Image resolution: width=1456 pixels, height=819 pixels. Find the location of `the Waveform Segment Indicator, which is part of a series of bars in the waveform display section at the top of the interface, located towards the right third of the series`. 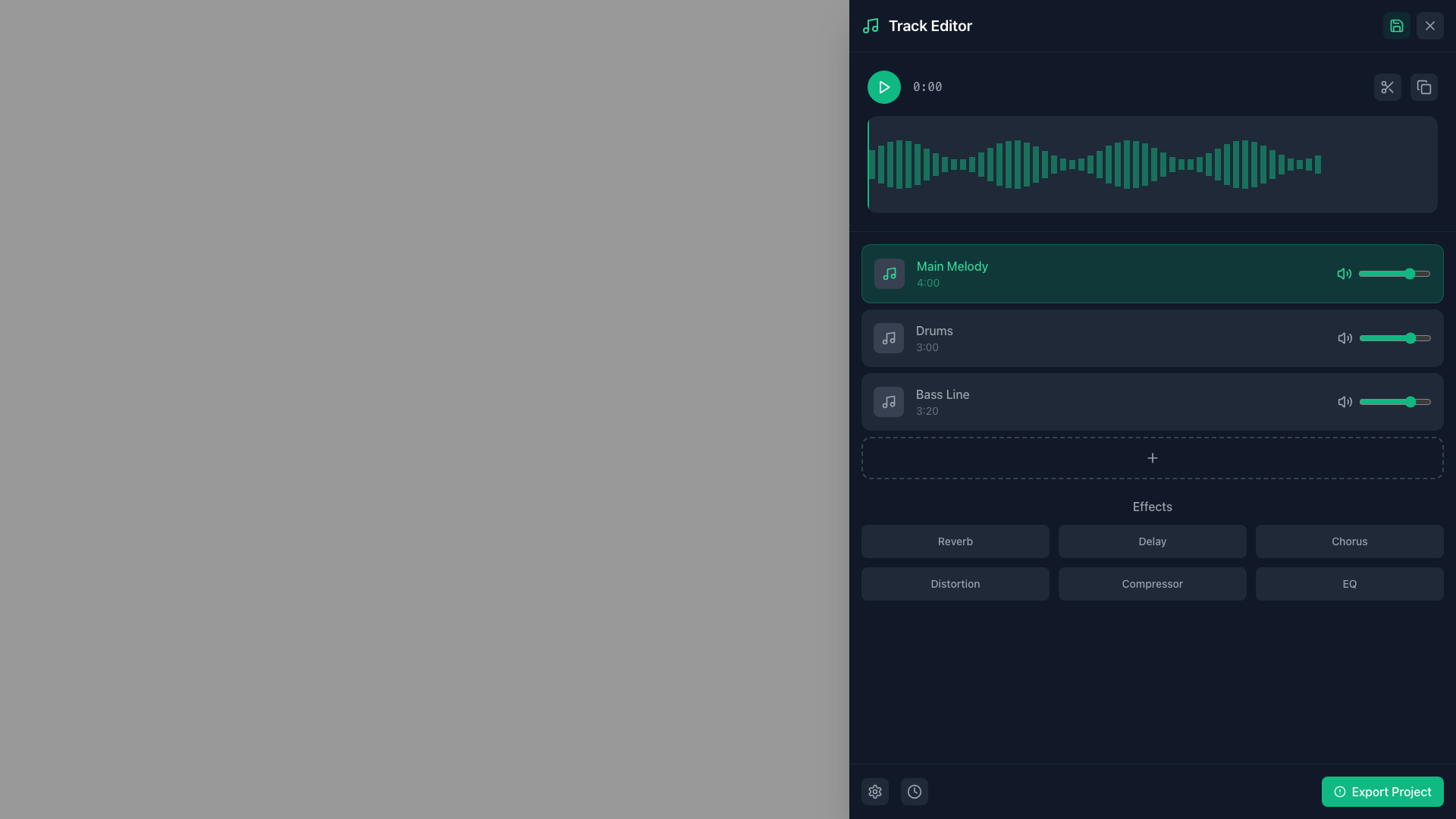

the Waveform Segment Indicator, which is part of a series of bars in the waveform display section at the top of the interface, located towards the right third of the series is located at coordinates (1236, 164).